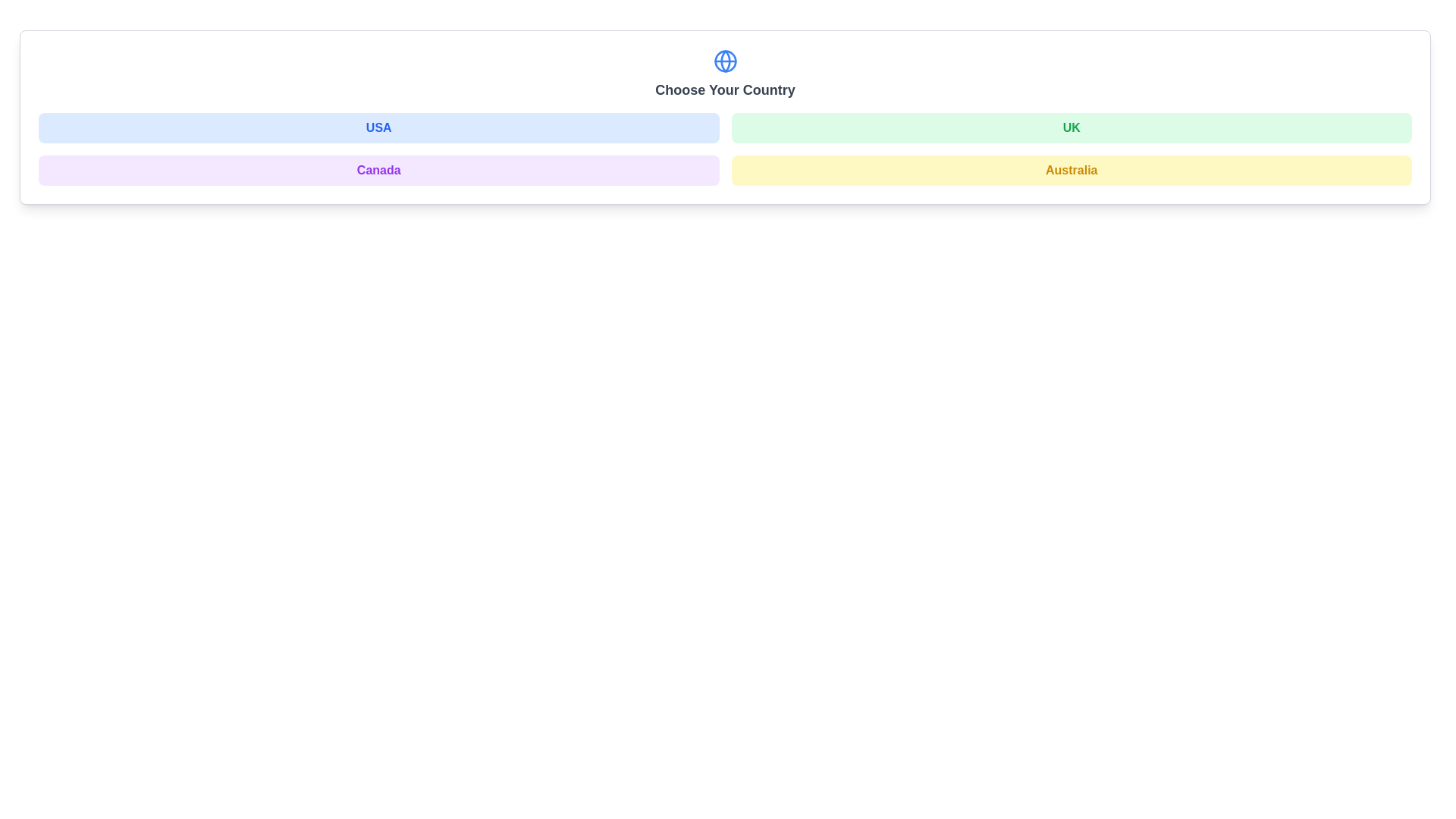 The height and width of the screenshot is (819, 1456). Describe the element at coordinates (378, 127) in the screenshot. I see `the button containing the text 'USA' which is displayed in bold blue font and is centered within a light blue rounded rectangle, located in the top-left segment of a 2x2 grid of buttons` at that location.